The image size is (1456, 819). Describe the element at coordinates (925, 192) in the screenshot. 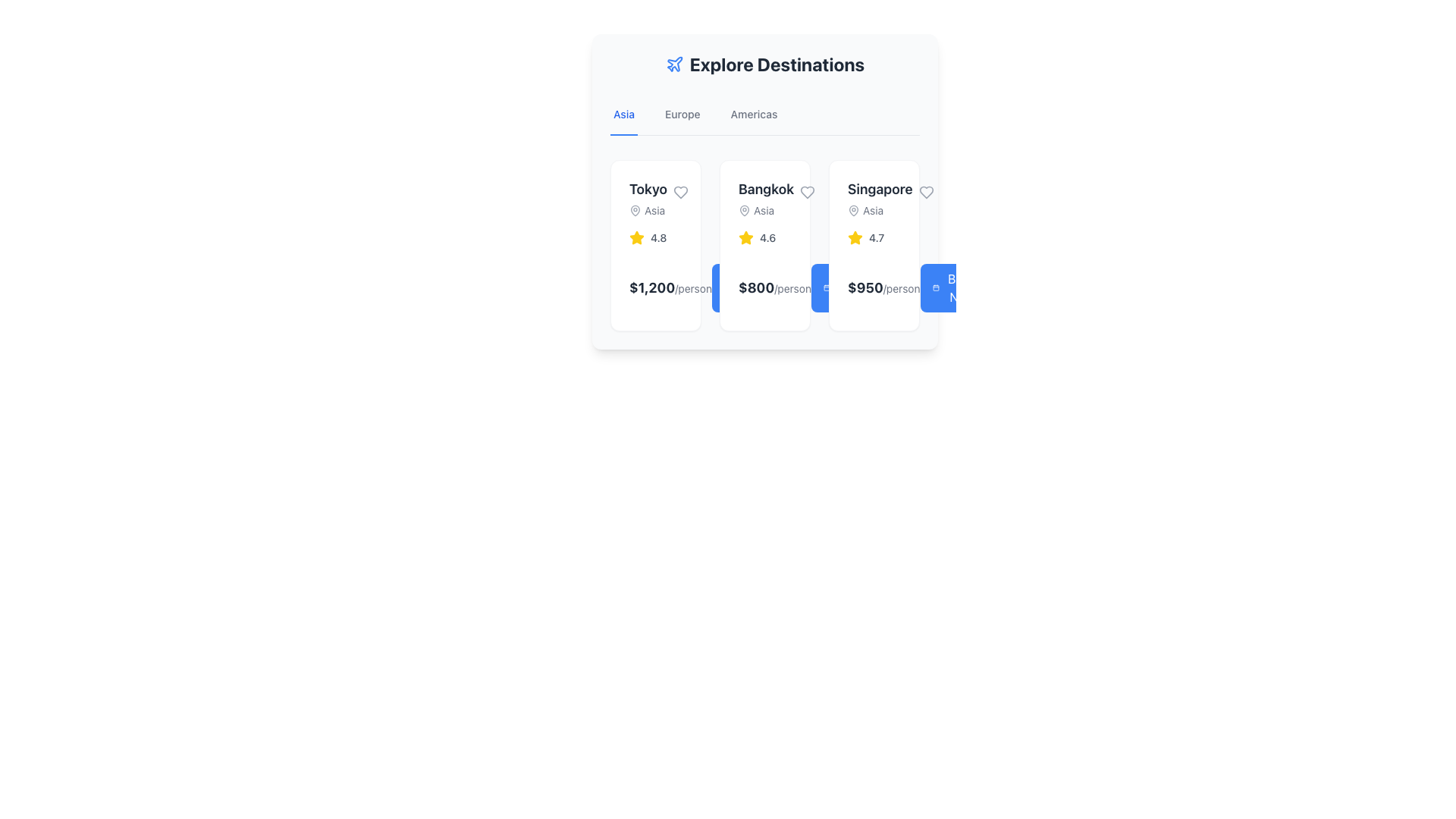

I see `the favorite icon button located in the upper-right corner of the 'Singapore' card to mark it as a preferred destination` at that location.